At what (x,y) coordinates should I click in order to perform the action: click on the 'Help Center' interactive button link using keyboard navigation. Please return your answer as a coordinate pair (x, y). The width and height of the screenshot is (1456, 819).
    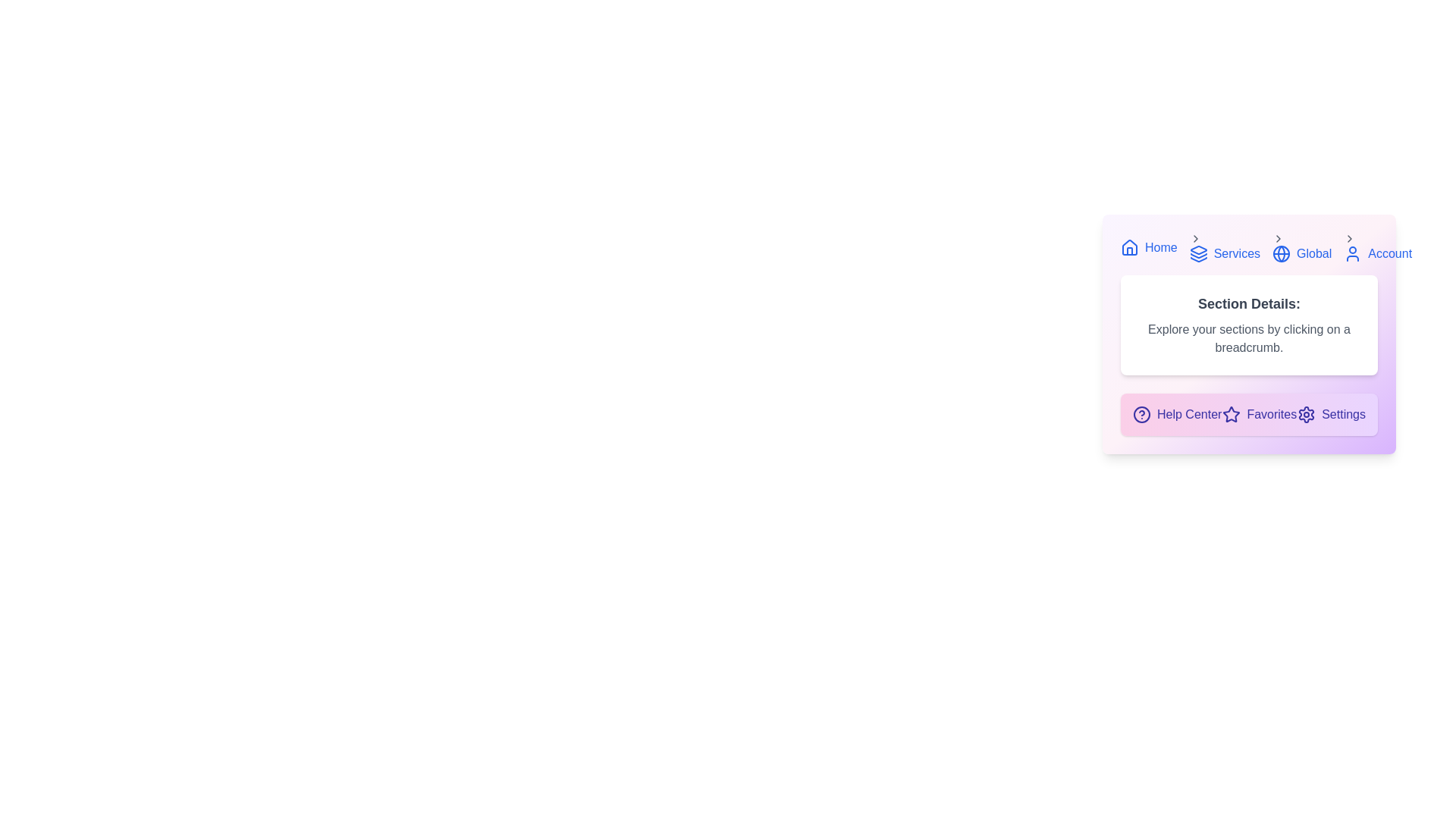
    Looking at the image, I should click on (1176, 415).